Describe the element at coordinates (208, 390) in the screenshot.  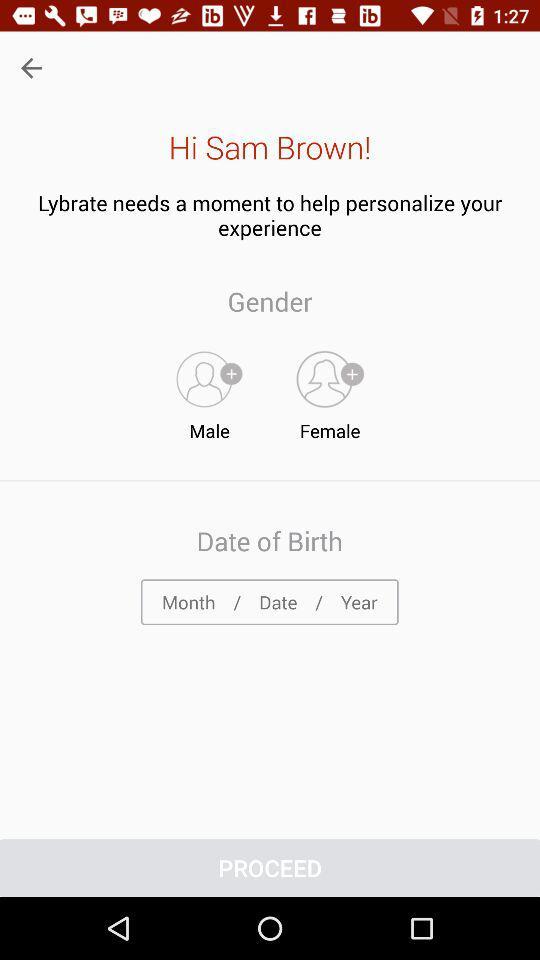
I see `item next to the female icon` at that location.